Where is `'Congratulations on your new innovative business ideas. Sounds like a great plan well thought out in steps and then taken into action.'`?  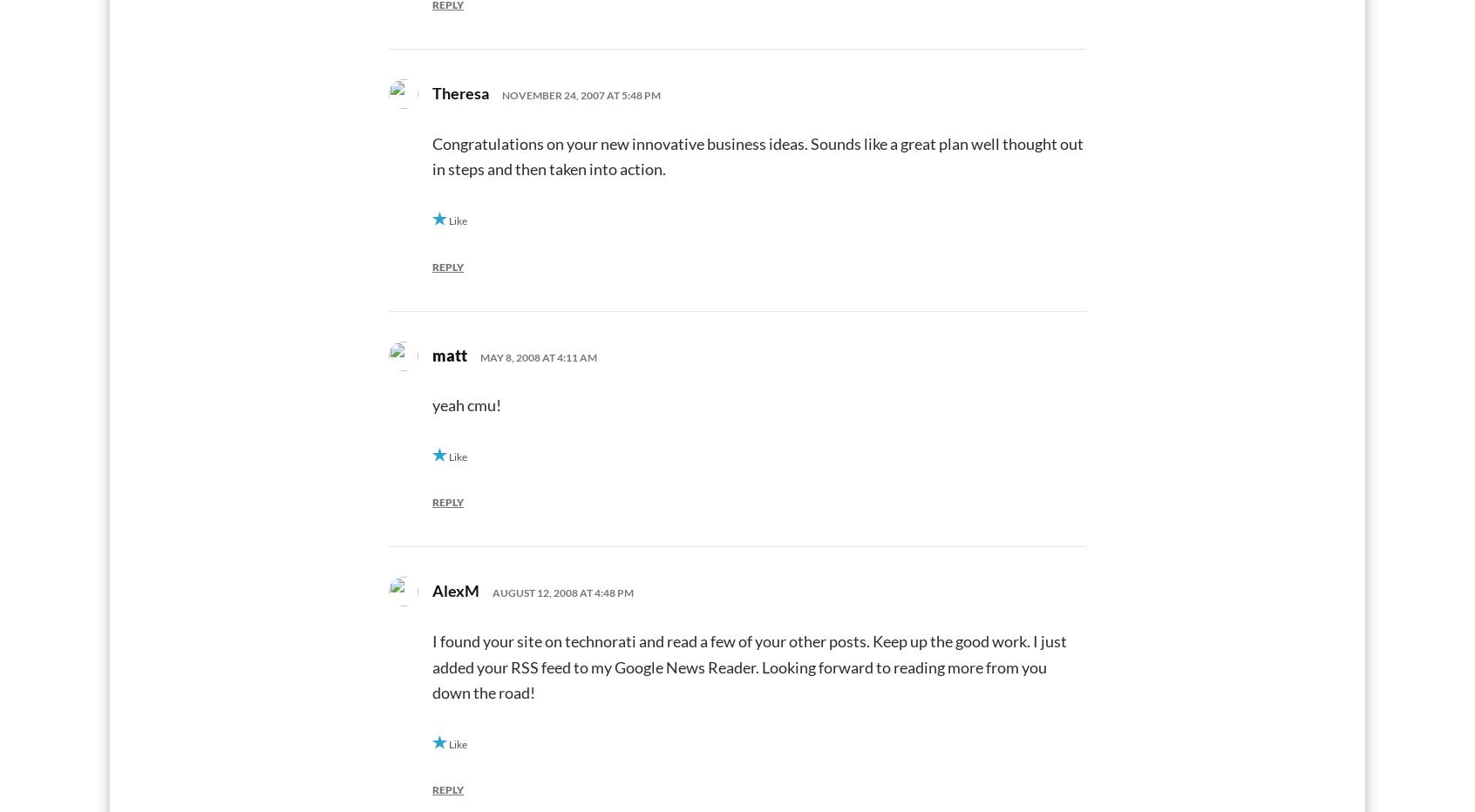 'Congratulations on your new innovative business ideas. Sounds like a great plan well thought out in steps and then taken into action.' is located at coordinates (432, 156).